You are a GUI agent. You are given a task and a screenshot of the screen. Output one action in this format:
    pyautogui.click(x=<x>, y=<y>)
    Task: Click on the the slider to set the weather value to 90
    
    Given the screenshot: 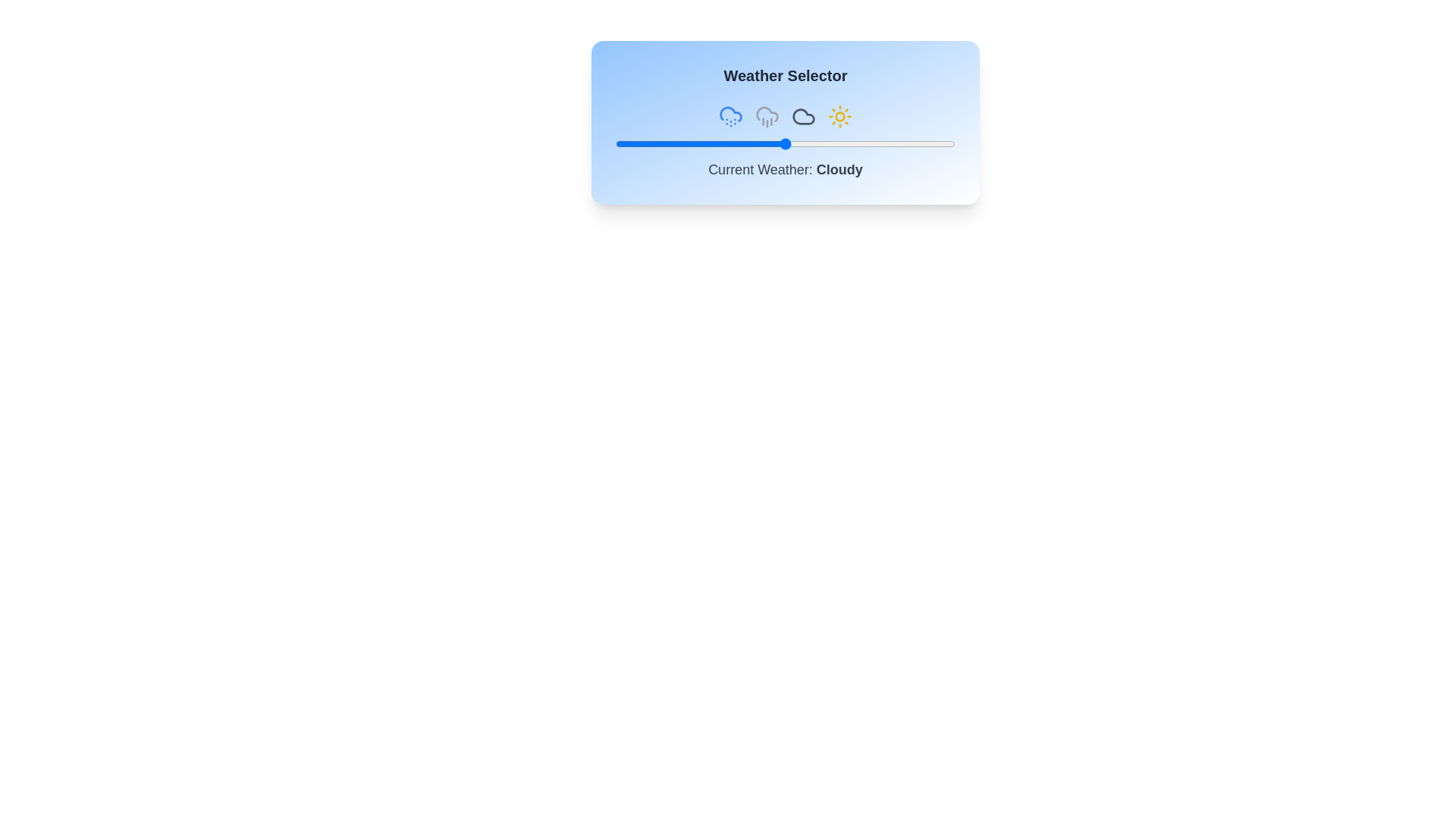 What is the action you would take?
    pyautogui.click(x=921, y=143)
    